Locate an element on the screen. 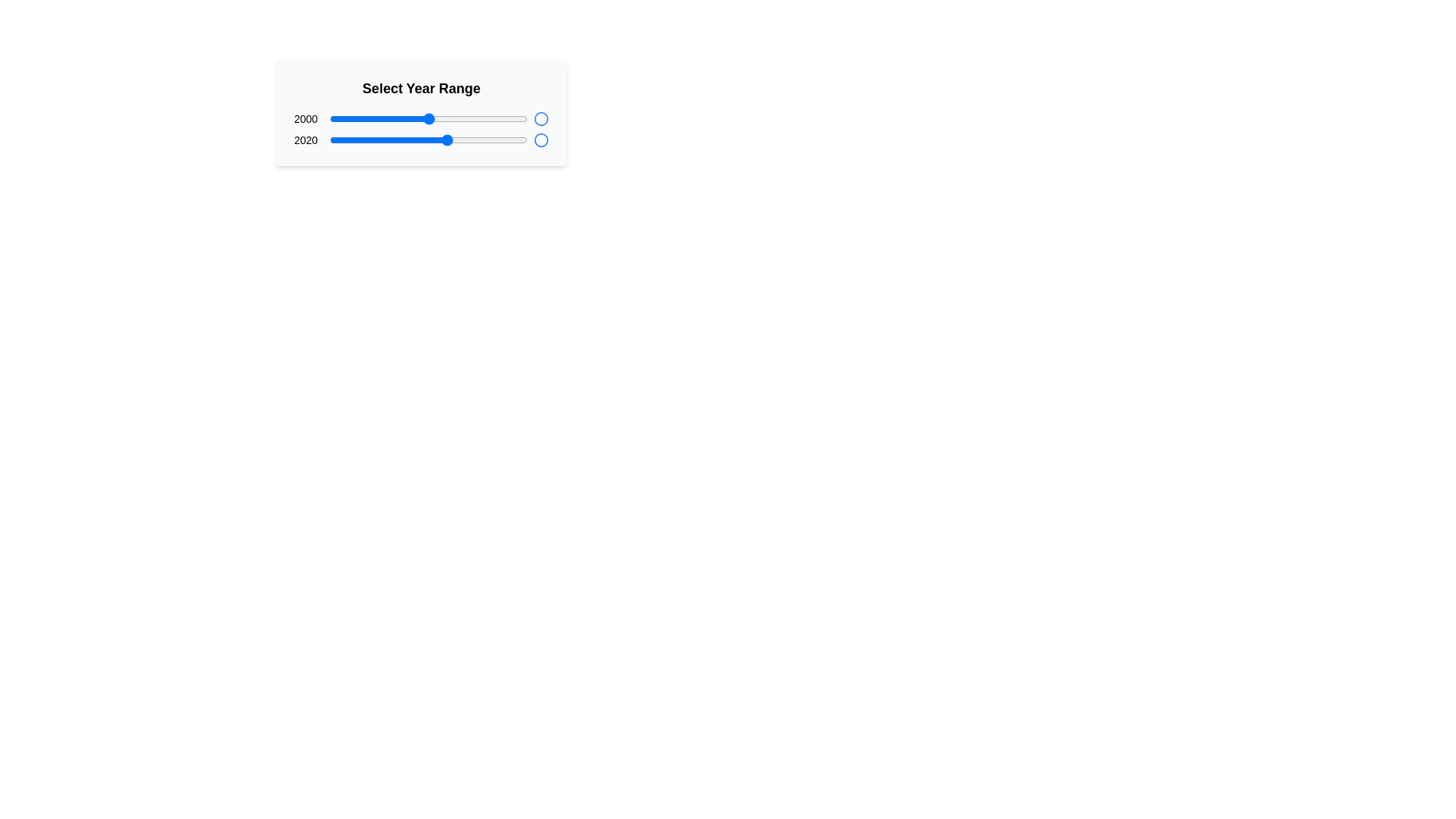 The width and height of the screenshot is (1456, 819). the Label displaying '2000', which is located prominently at the left side of the year range panel, aligned with the year range slider is located at coordinates (305, 118).